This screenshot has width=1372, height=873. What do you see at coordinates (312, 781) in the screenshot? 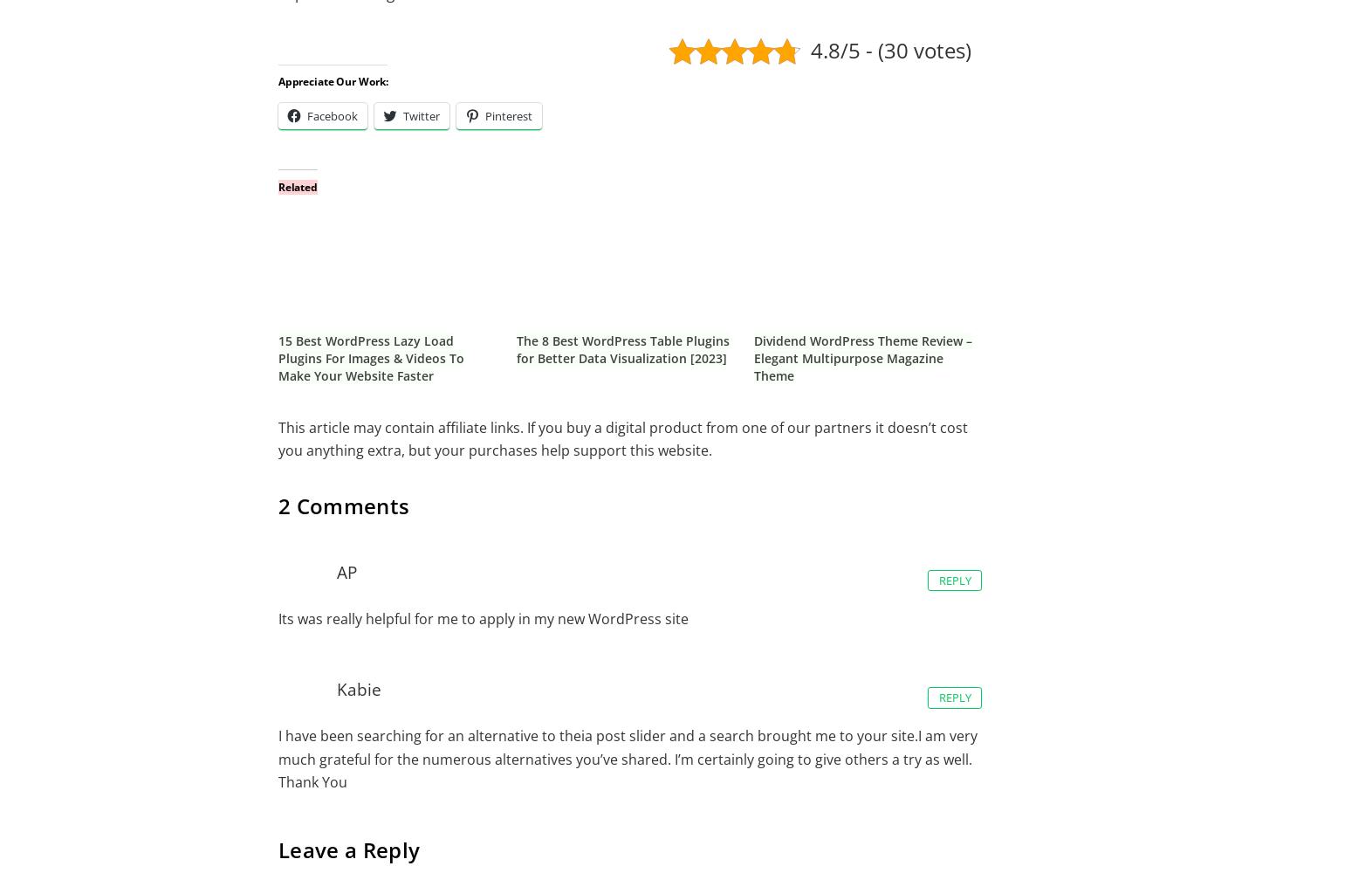
I see `'Thank You'` at bounding box center [312, 781].